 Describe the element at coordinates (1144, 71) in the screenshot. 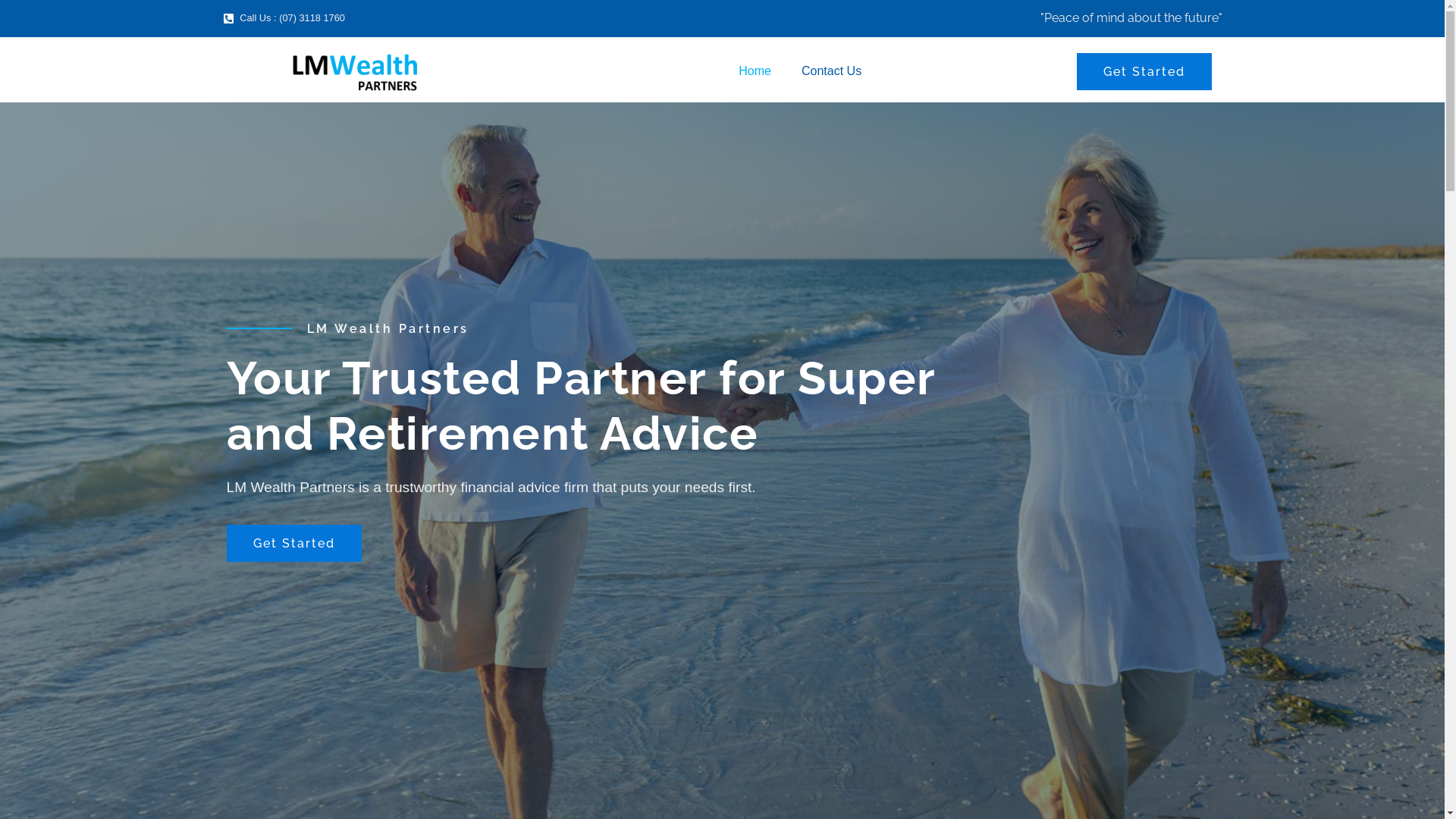

I see `'Get Started'` at that location.